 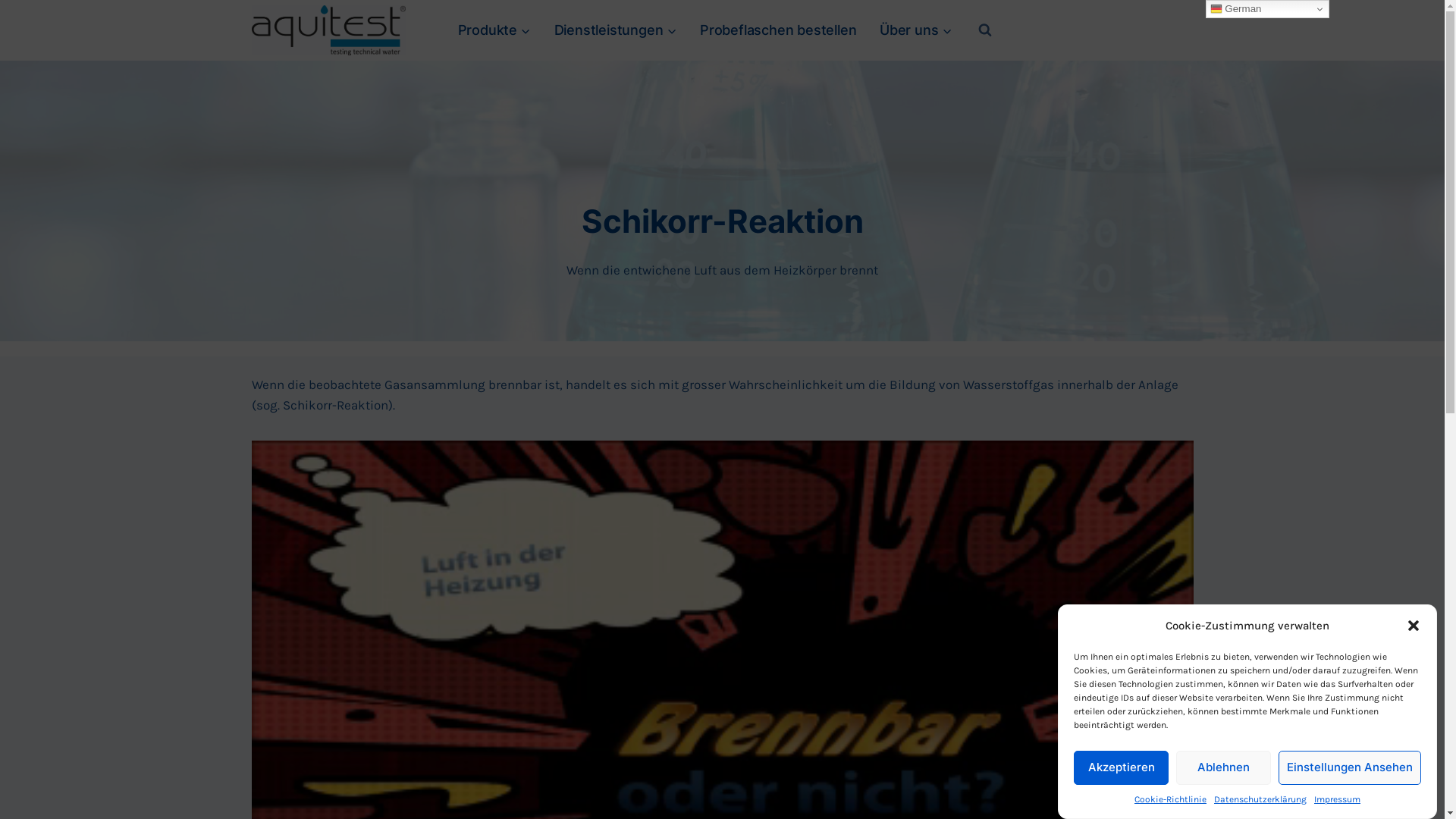 I want to click on 'Ablehnen', so click(x=1223, y=767).